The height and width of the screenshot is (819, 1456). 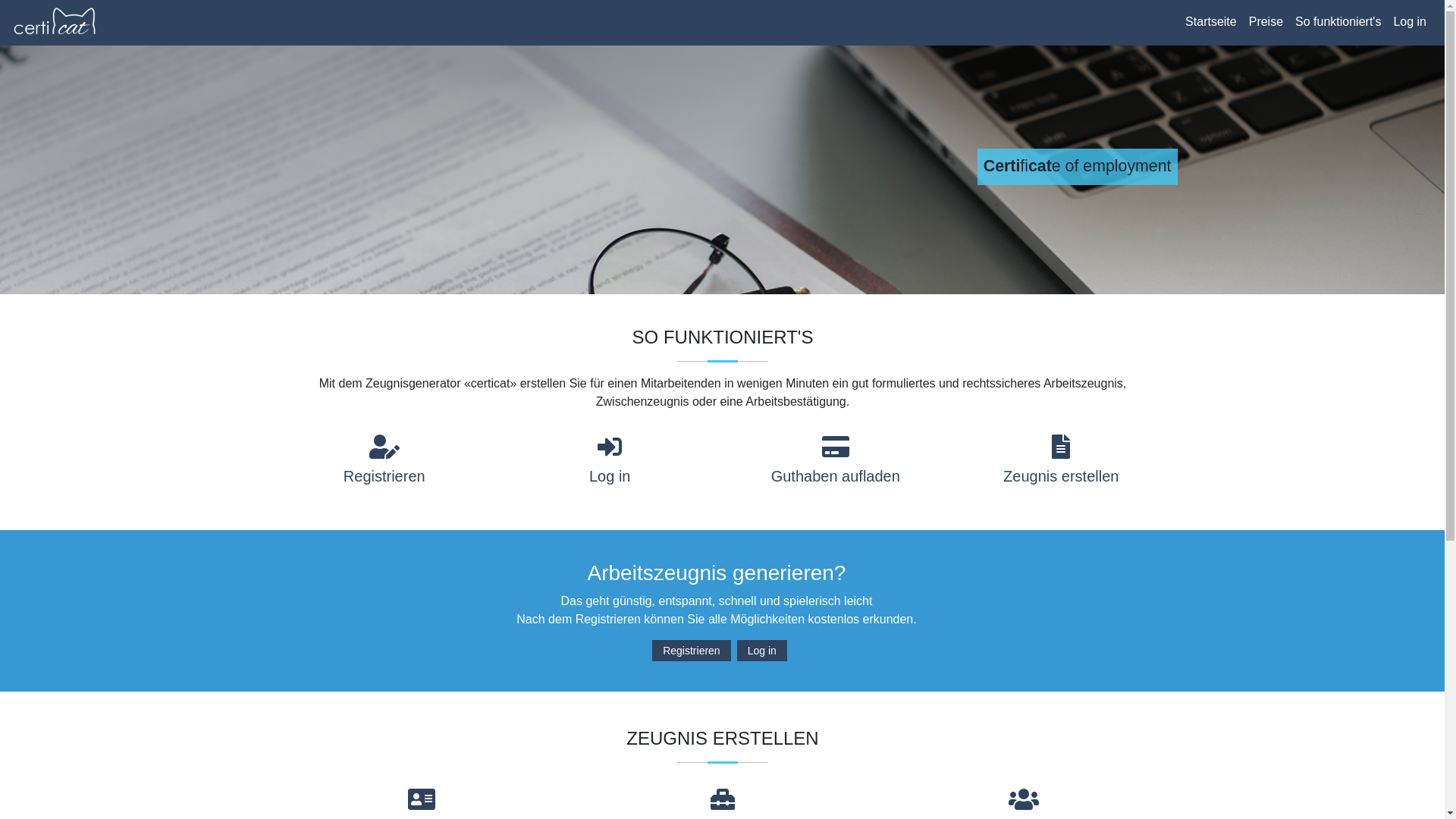 I want to click on 'Log in', so click(x=761, y=649).